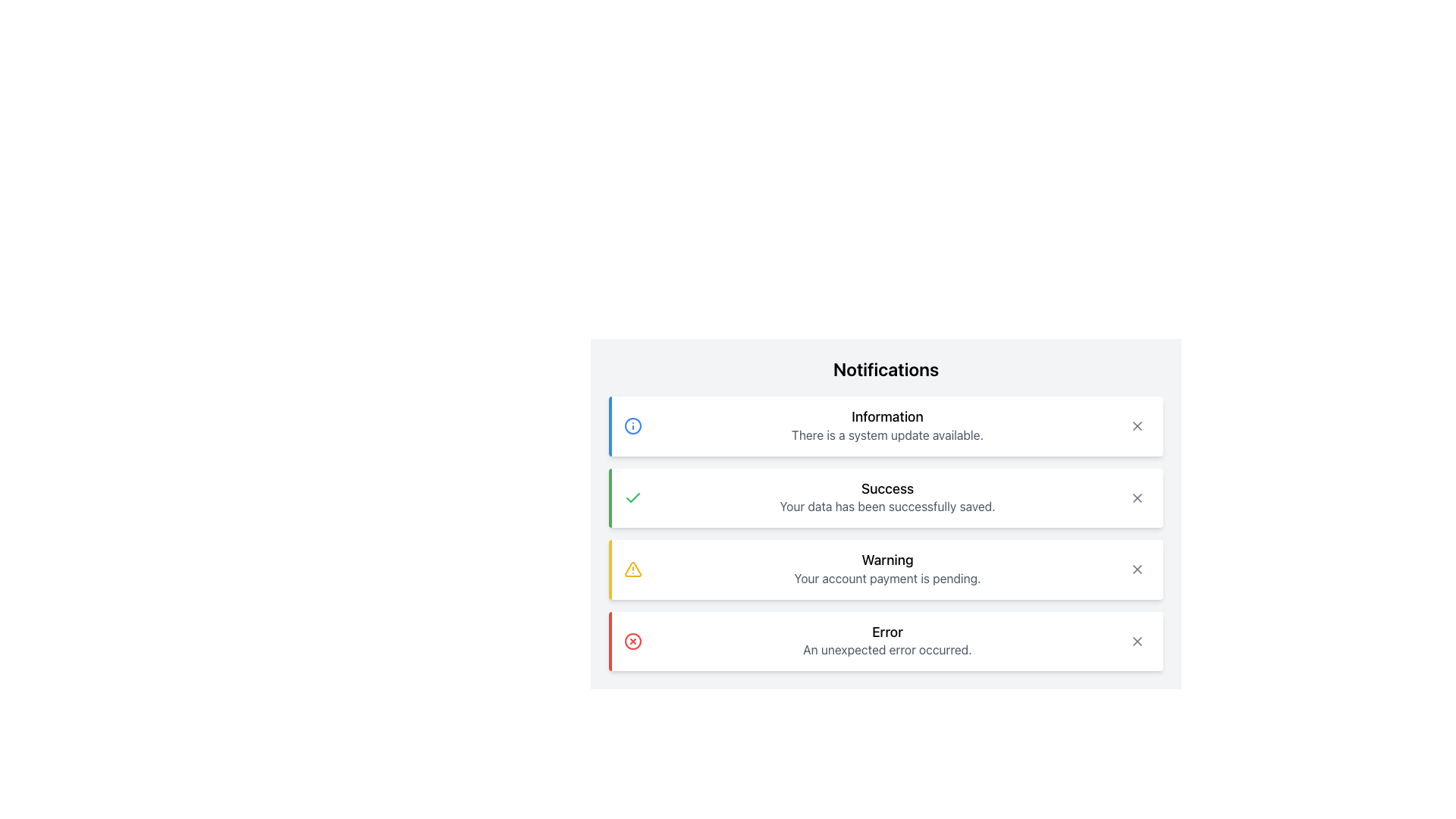 The image size is (1456, 819). Describe the element at coordinates (633, 497) in the screenshot. I see `the success icon located to the left of the 'Success' notification panel, which indicates a successful operation` at that location.